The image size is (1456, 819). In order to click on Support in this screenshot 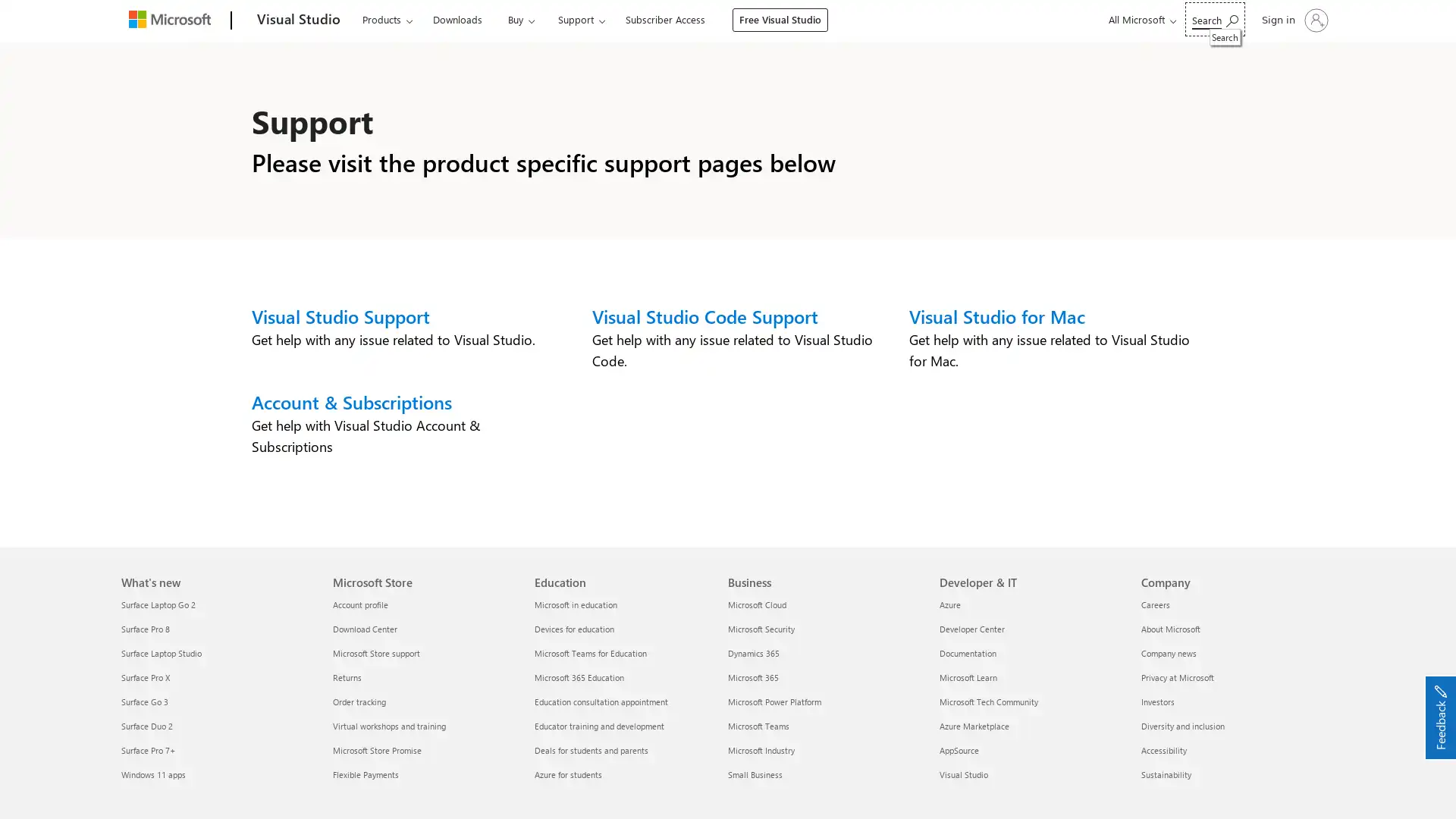, I will do `click(571, 20)`.